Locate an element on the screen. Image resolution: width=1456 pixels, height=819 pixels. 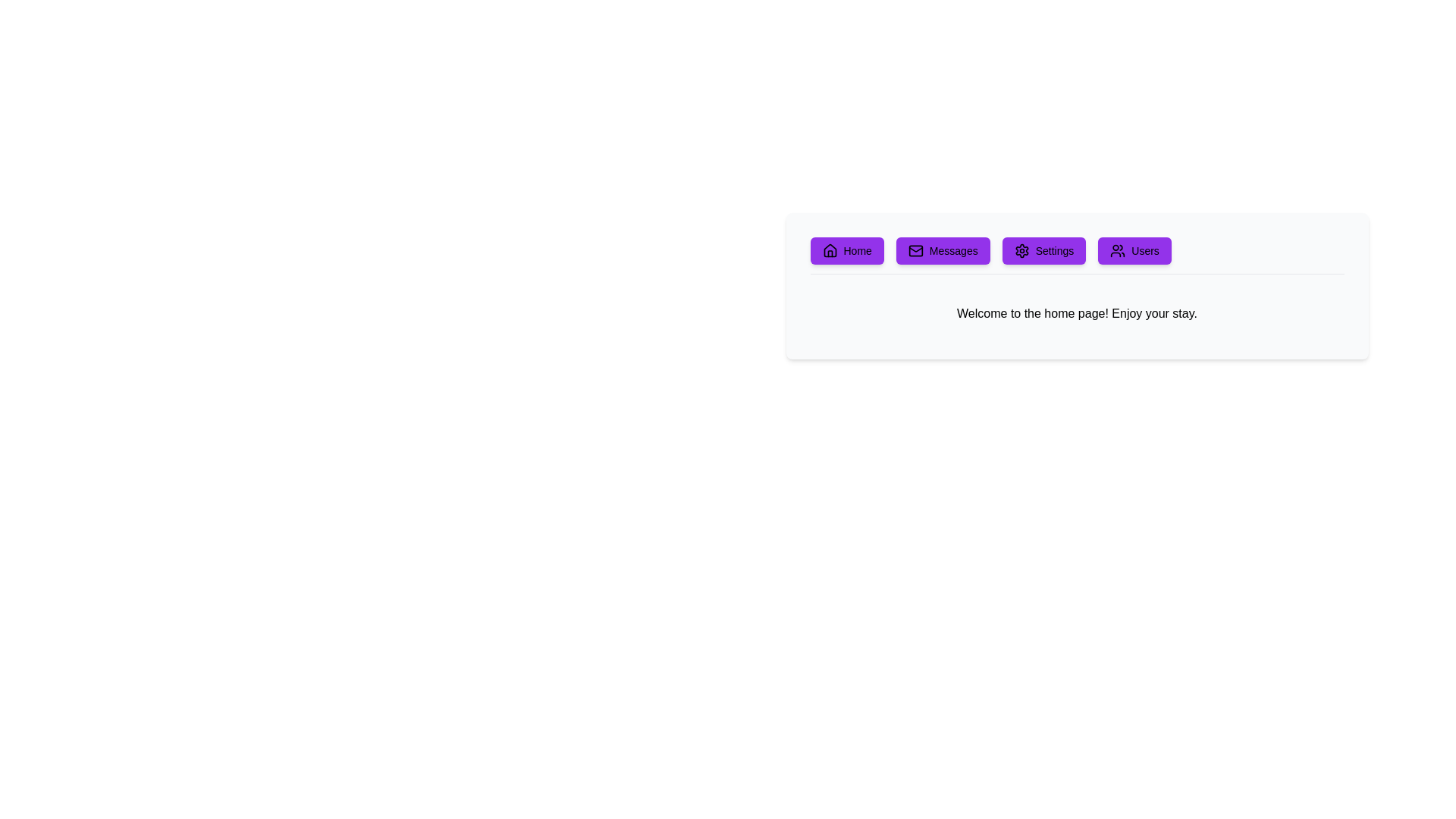
the 'Messages' button, which is a rounded rectangular button with a purple background and white text is located at coordinates (942, 250).